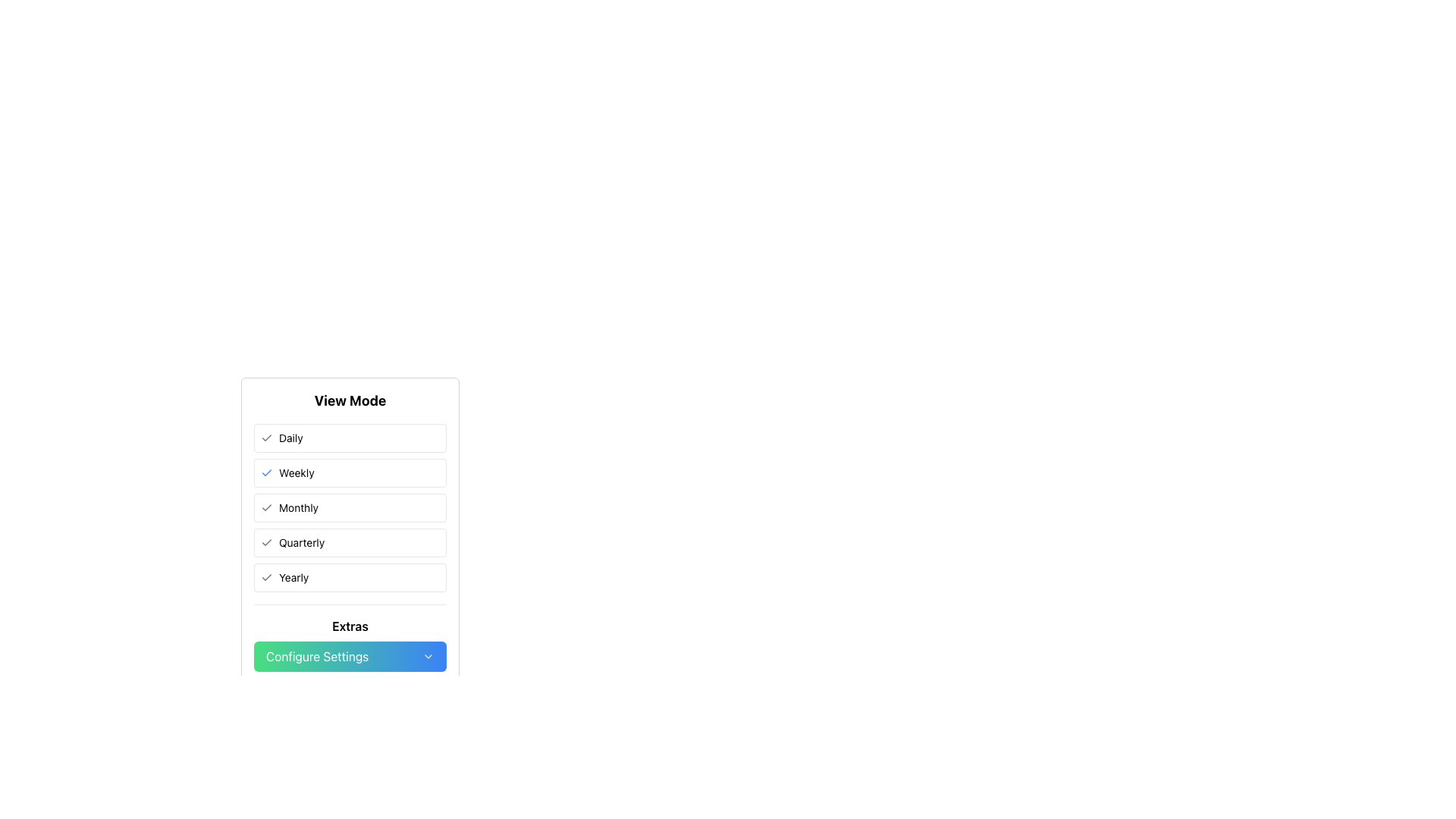 Image resolution: width=1456 pixels, height=819 pixels. Describe the element at coordinates (266, 542) in the screenshot. I see `the Checkbox Icon (SVG Checkmark) that indicates the 'Quarterly' option is selected in the 'View Mode' section` at that location.